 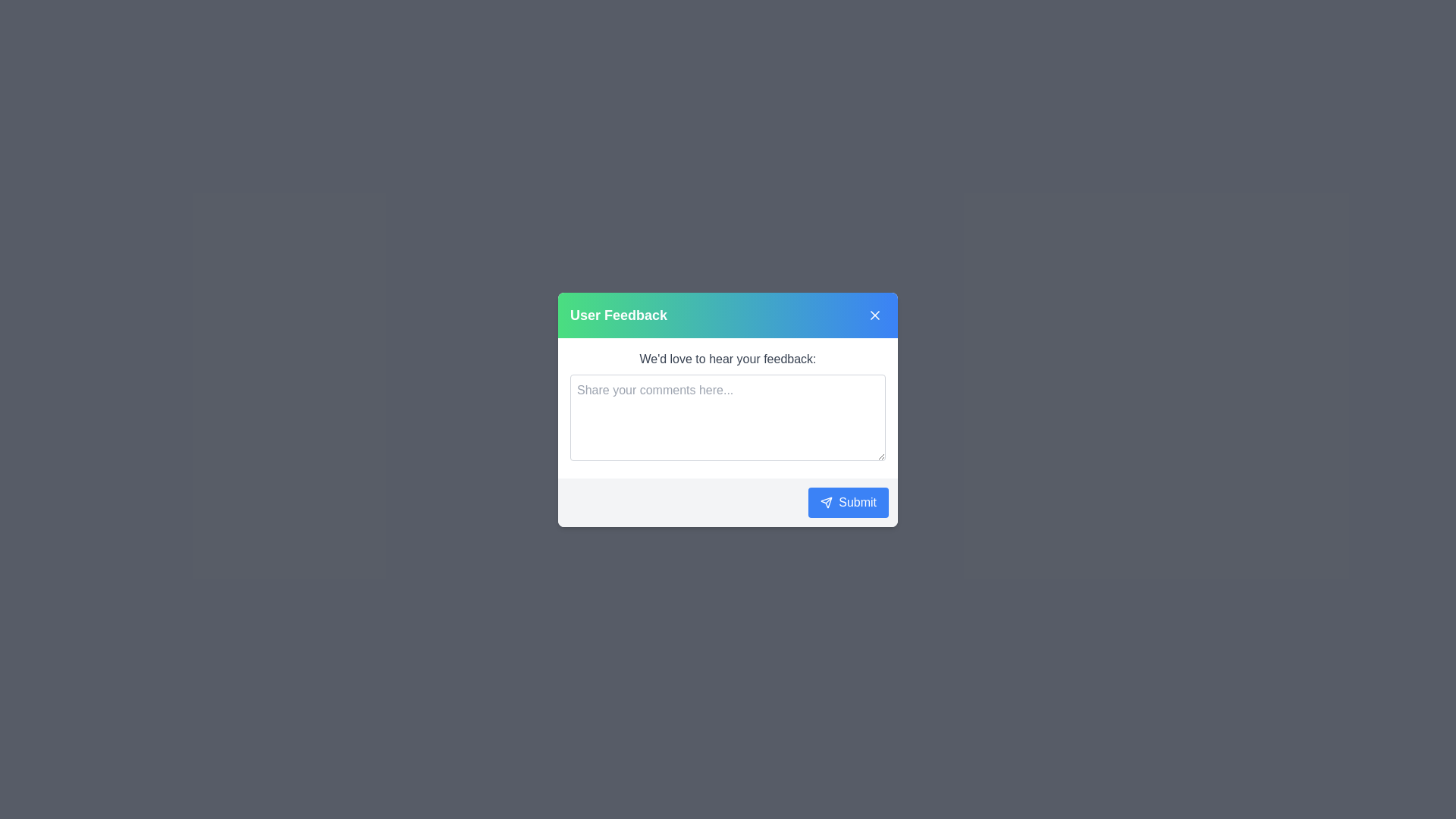 What do you see at coordinates (874, 314) in the screenshot?
I see `the 'close' or 'dismiss' button represented by an 'X' shape, which is part of an SVG icon located in the top-right corner of the 'User Feedback' modal window` at bounding box center [874, 314].